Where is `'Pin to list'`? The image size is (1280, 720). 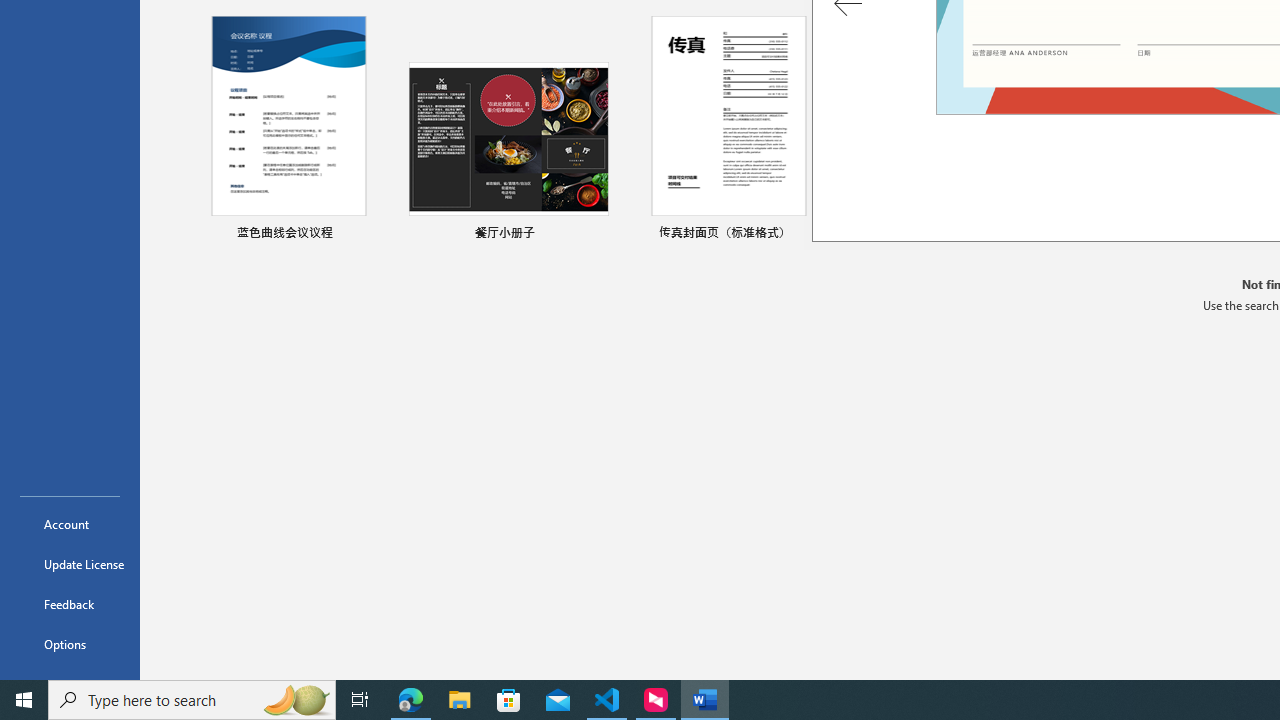
'Pin to list' is located at coordinates (1254, 234).